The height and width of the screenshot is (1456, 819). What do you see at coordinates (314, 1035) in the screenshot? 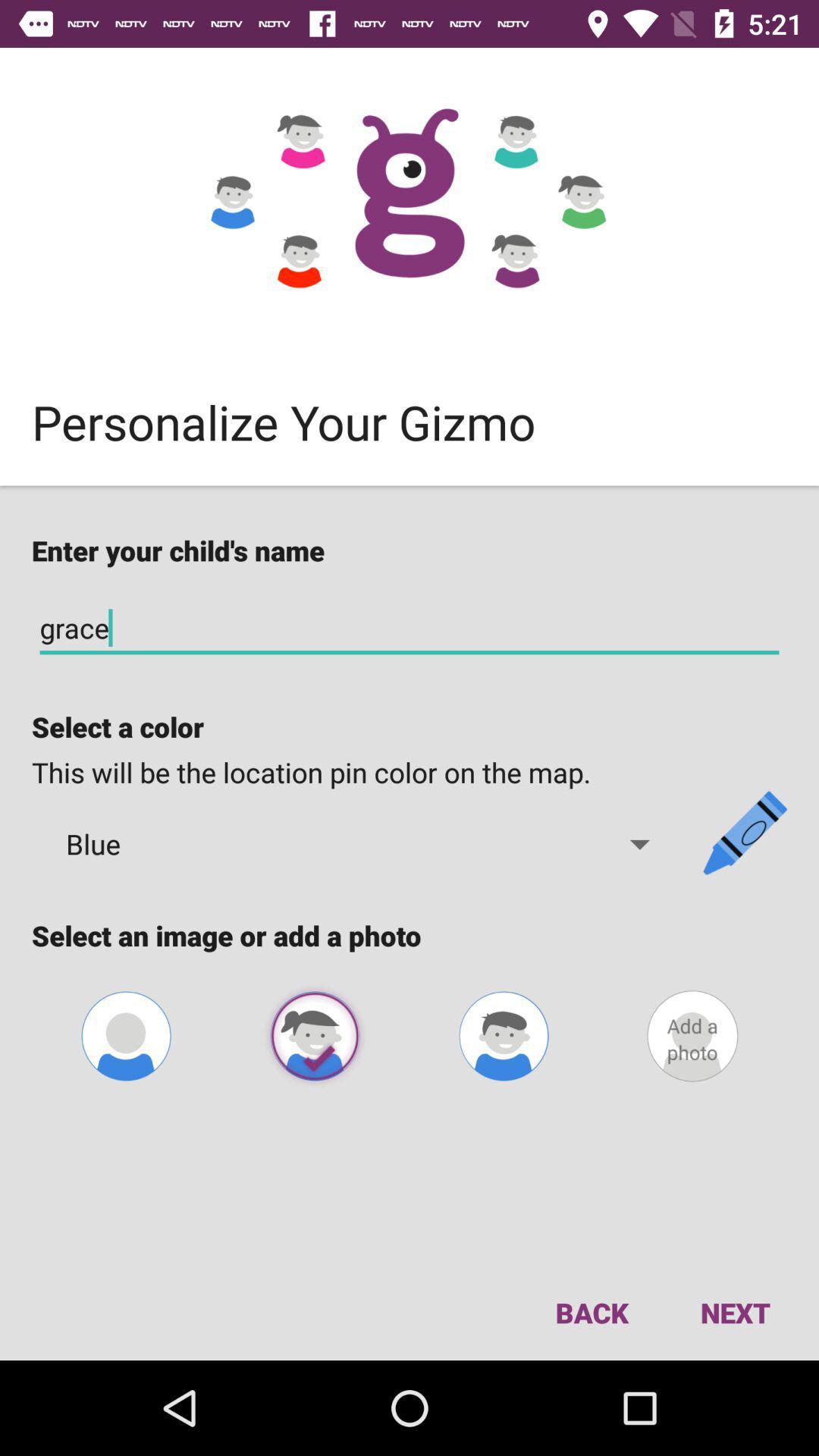
I see `the image` at bounding box center [314, 1035].